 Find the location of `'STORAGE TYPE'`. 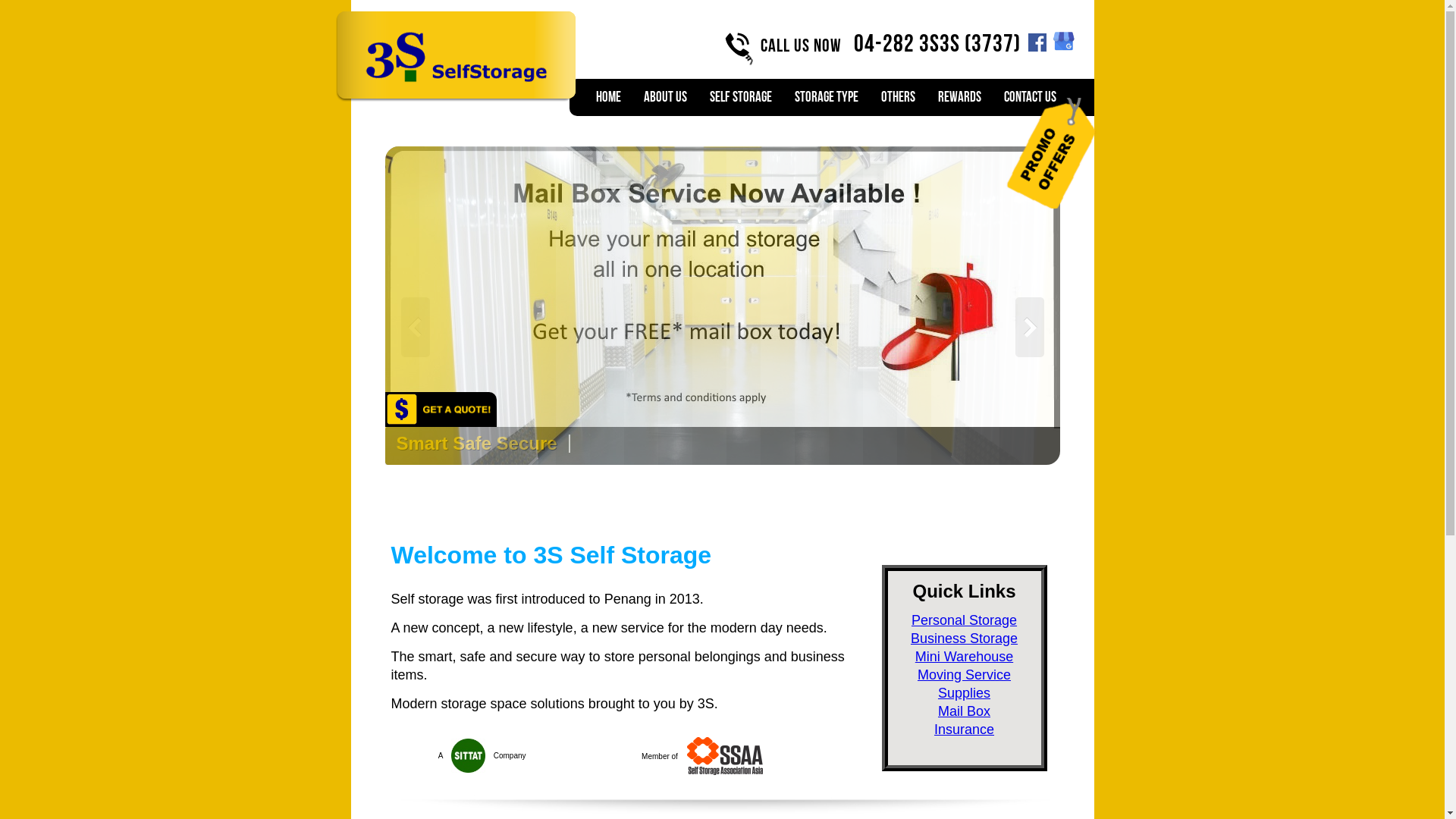

'STORAGE TYPE' is located at coordinates (825, 97).